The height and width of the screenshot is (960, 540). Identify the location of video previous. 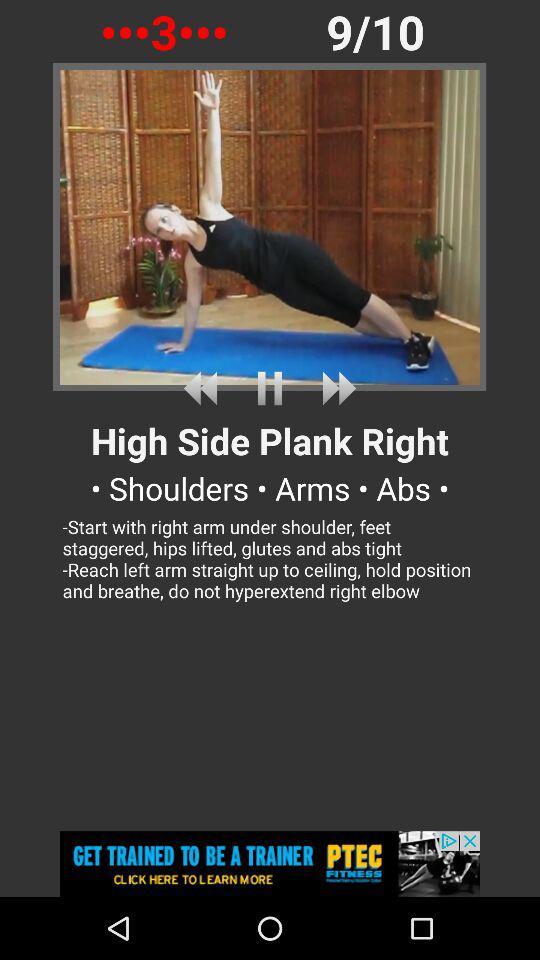
(203, 387).